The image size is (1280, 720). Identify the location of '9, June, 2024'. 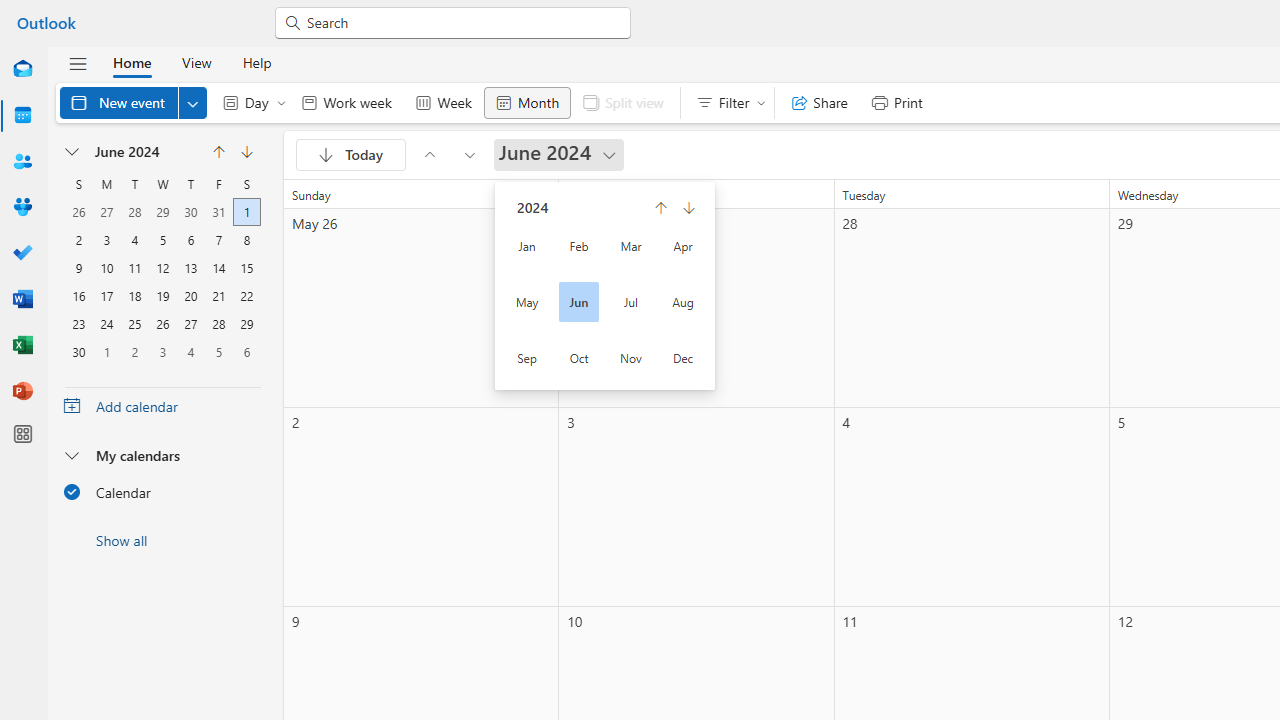
(79, 265).